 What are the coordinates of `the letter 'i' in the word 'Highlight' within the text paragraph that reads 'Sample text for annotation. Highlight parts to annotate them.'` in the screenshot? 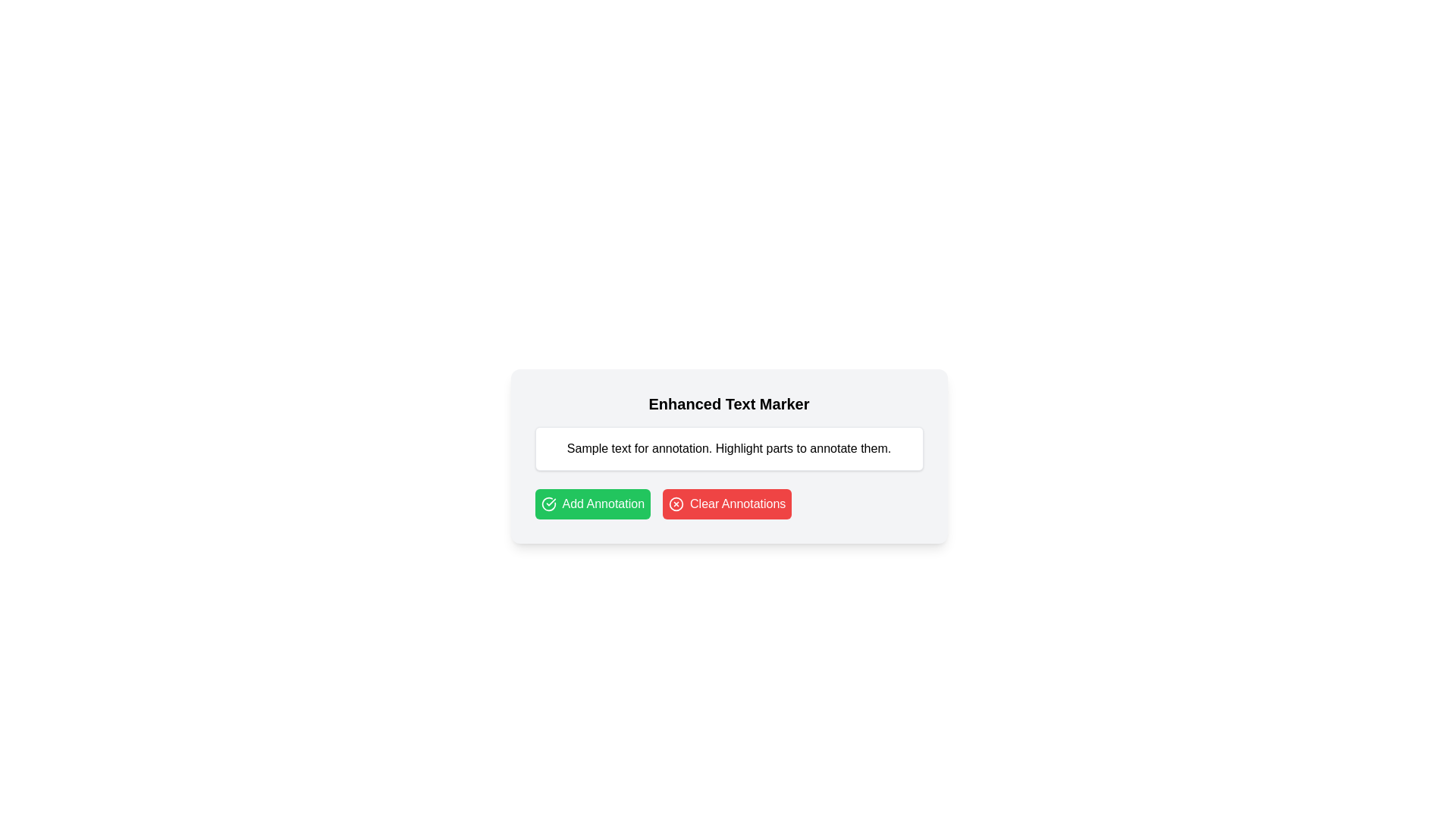 It's located at (744, 447).